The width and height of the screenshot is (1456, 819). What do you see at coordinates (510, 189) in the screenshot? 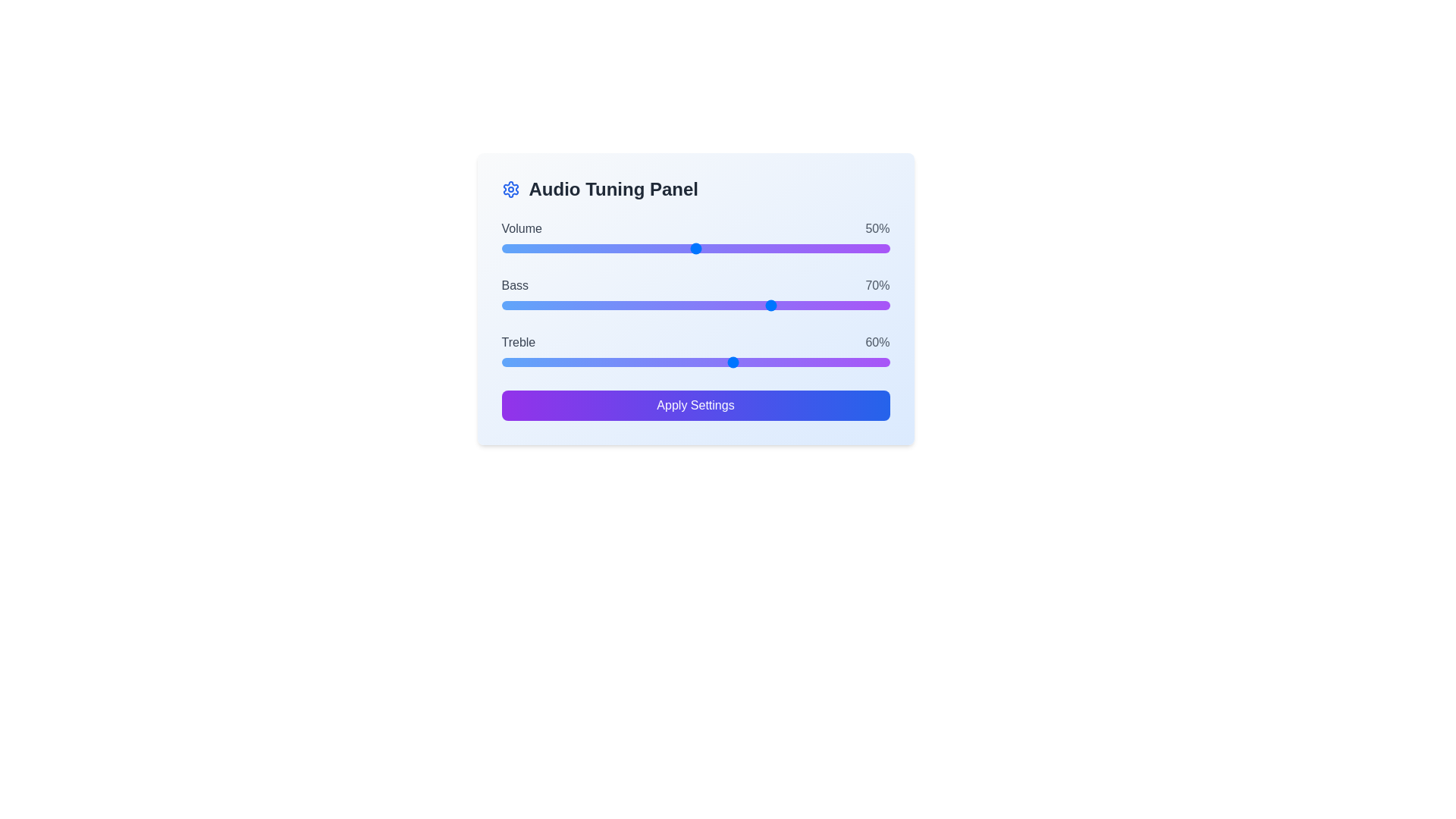
I see `the Settings icon, which resembles a gear and is located in the top-left corner of the 'Audio Tuning Panel' card` at bounding box center [510, 189].